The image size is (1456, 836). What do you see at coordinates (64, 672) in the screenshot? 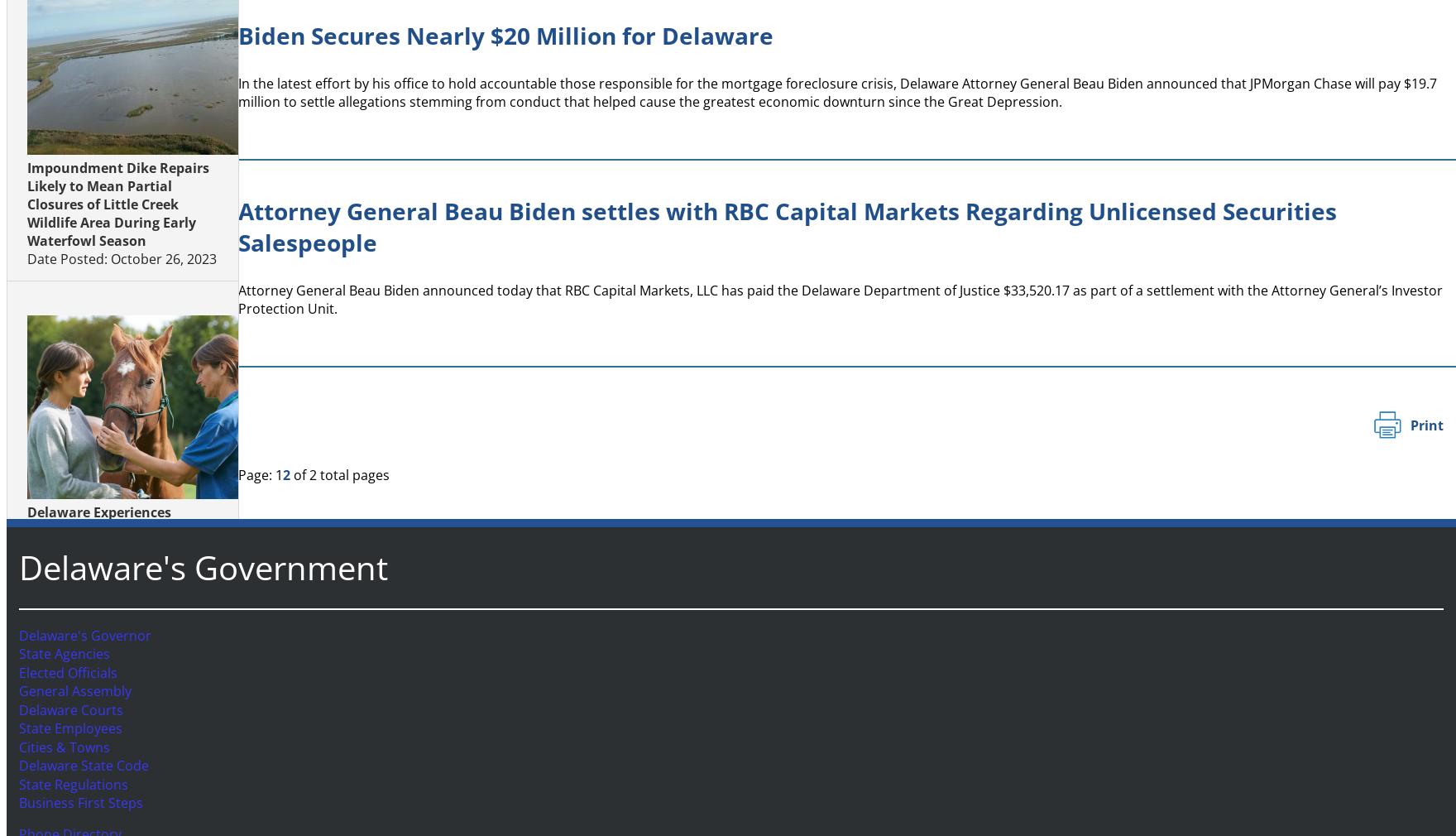
I see `'Elected Officials'` at bounding box center [64, 672].